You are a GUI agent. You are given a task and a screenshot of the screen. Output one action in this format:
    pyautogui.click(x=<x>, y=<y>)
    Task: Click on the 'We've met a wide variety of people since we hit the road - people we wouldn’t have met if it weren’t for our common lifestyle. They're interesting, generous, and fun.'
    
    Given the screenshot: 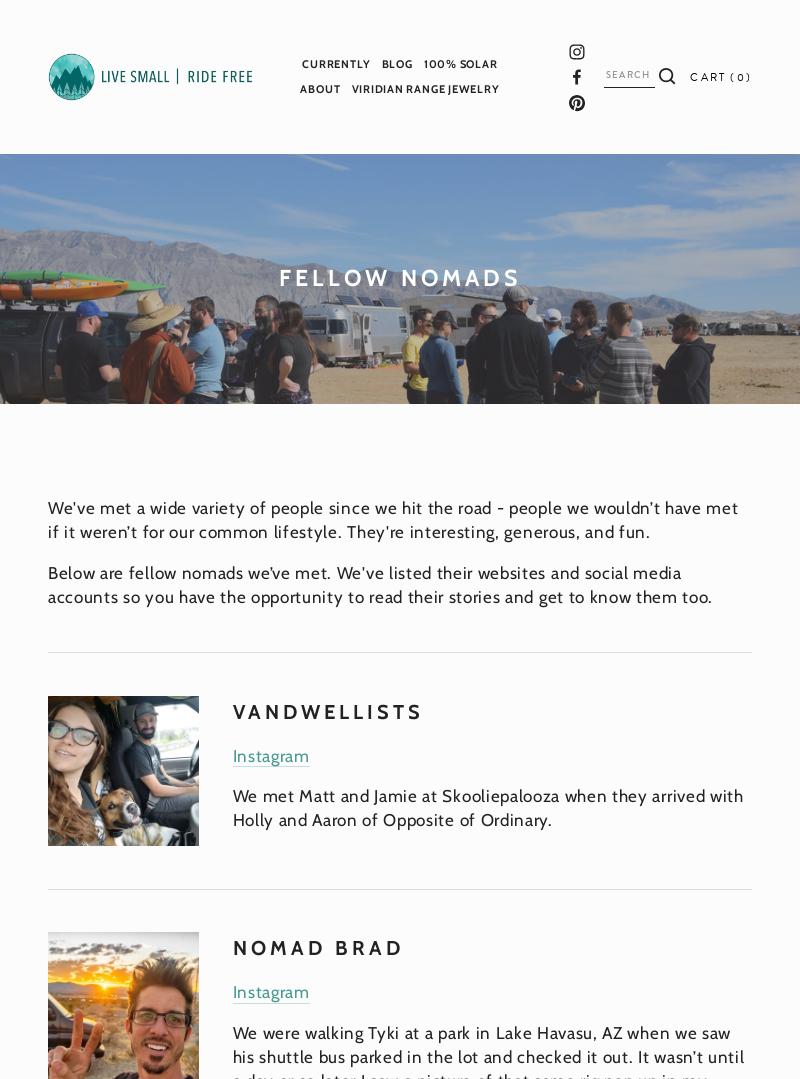 What is the action you would take?
    pyautogui.click(x=47, y=519)
    